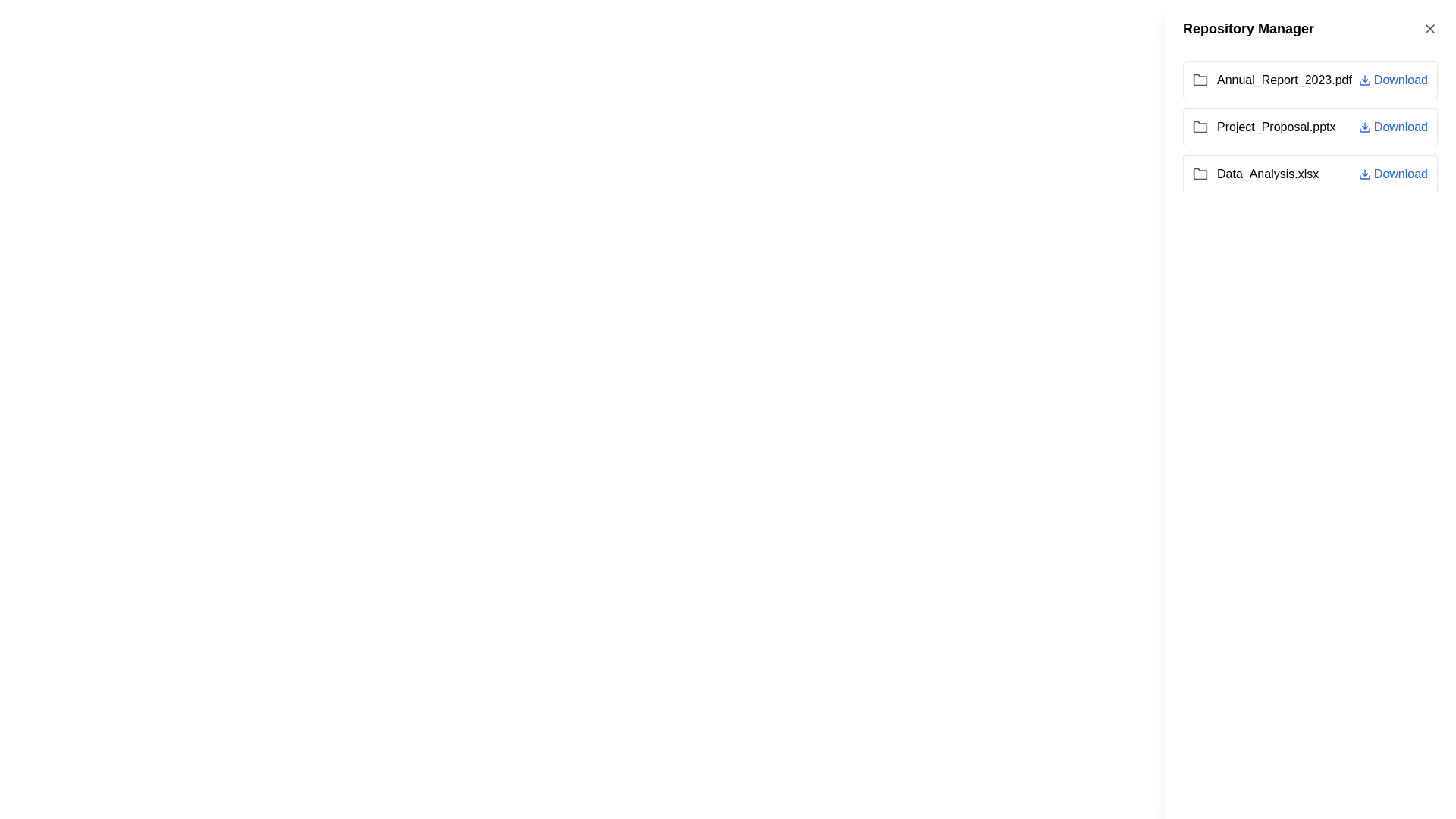 The width and height of the screenshot is (1456, 819). I want to click on the text label 'Project_Proposal.pptx' in the vertical list within the 'Repository Manager' panel, so click(1276, 127).